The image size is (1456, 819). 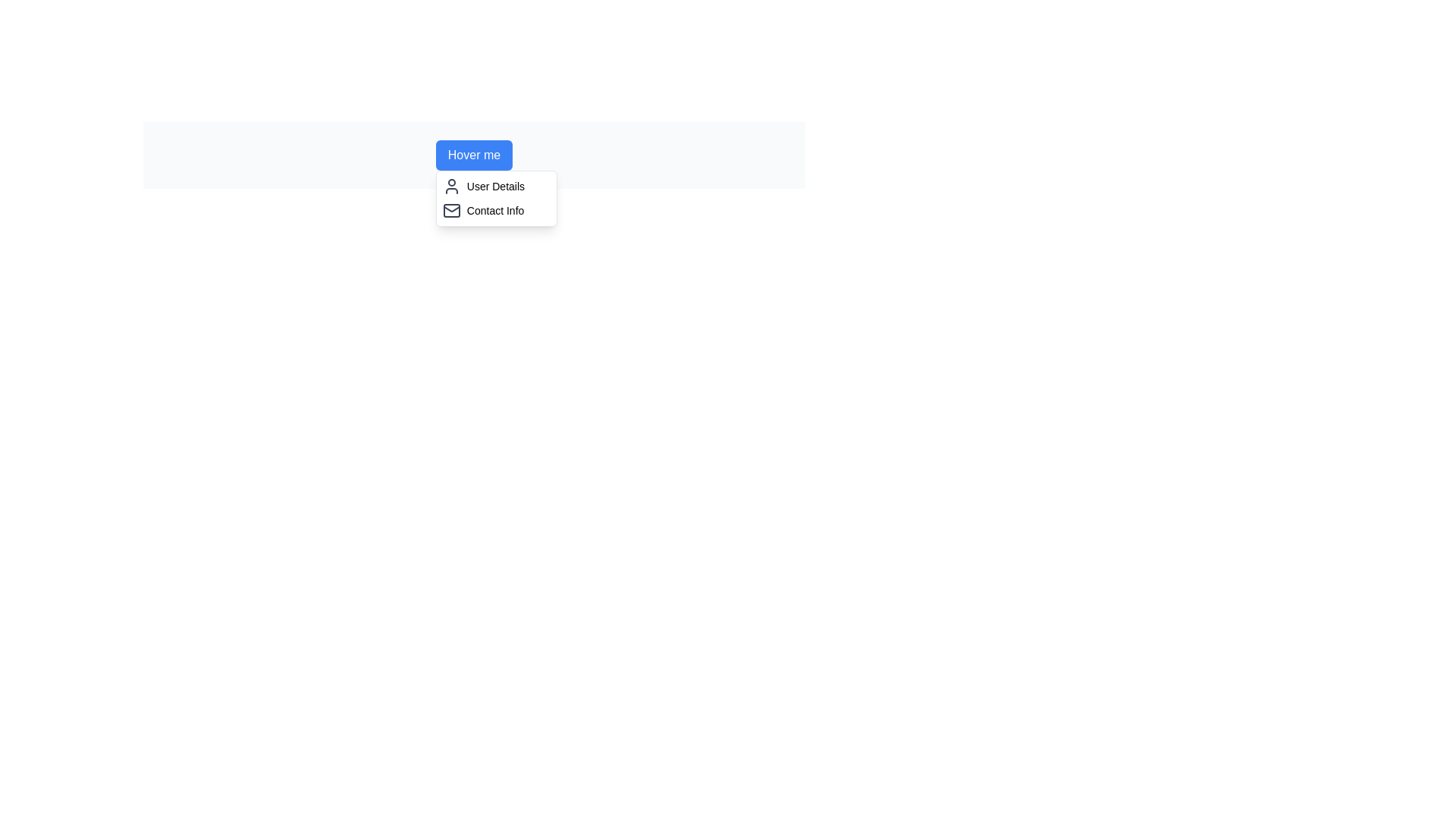 I want to click on the 'Contact Info' text label, which is the second item in a vertical list within a small context menu, so click(x=495, y=210).